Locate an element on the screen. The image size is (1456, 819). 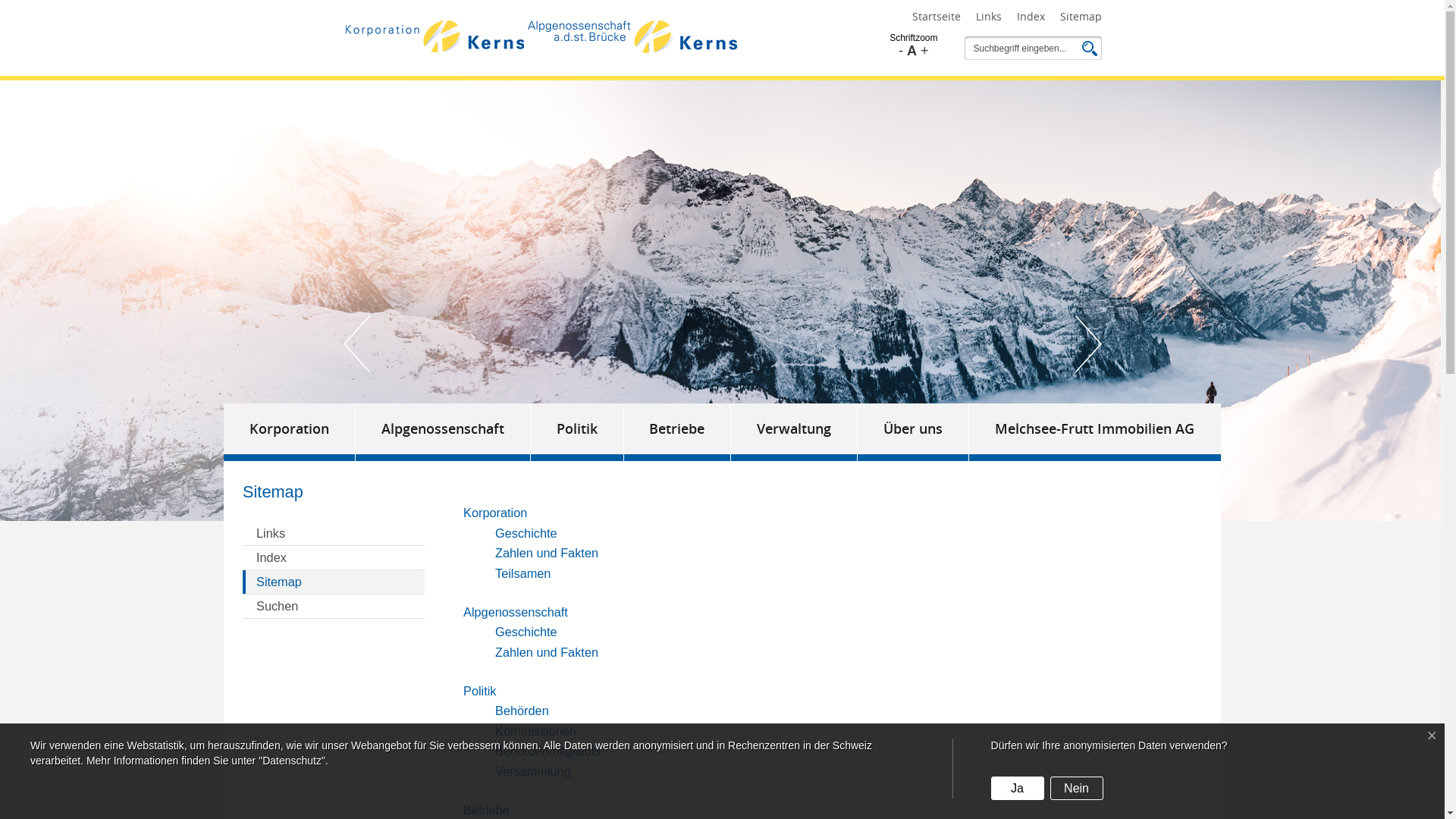
'Index' is located at coordinates (333, 558).